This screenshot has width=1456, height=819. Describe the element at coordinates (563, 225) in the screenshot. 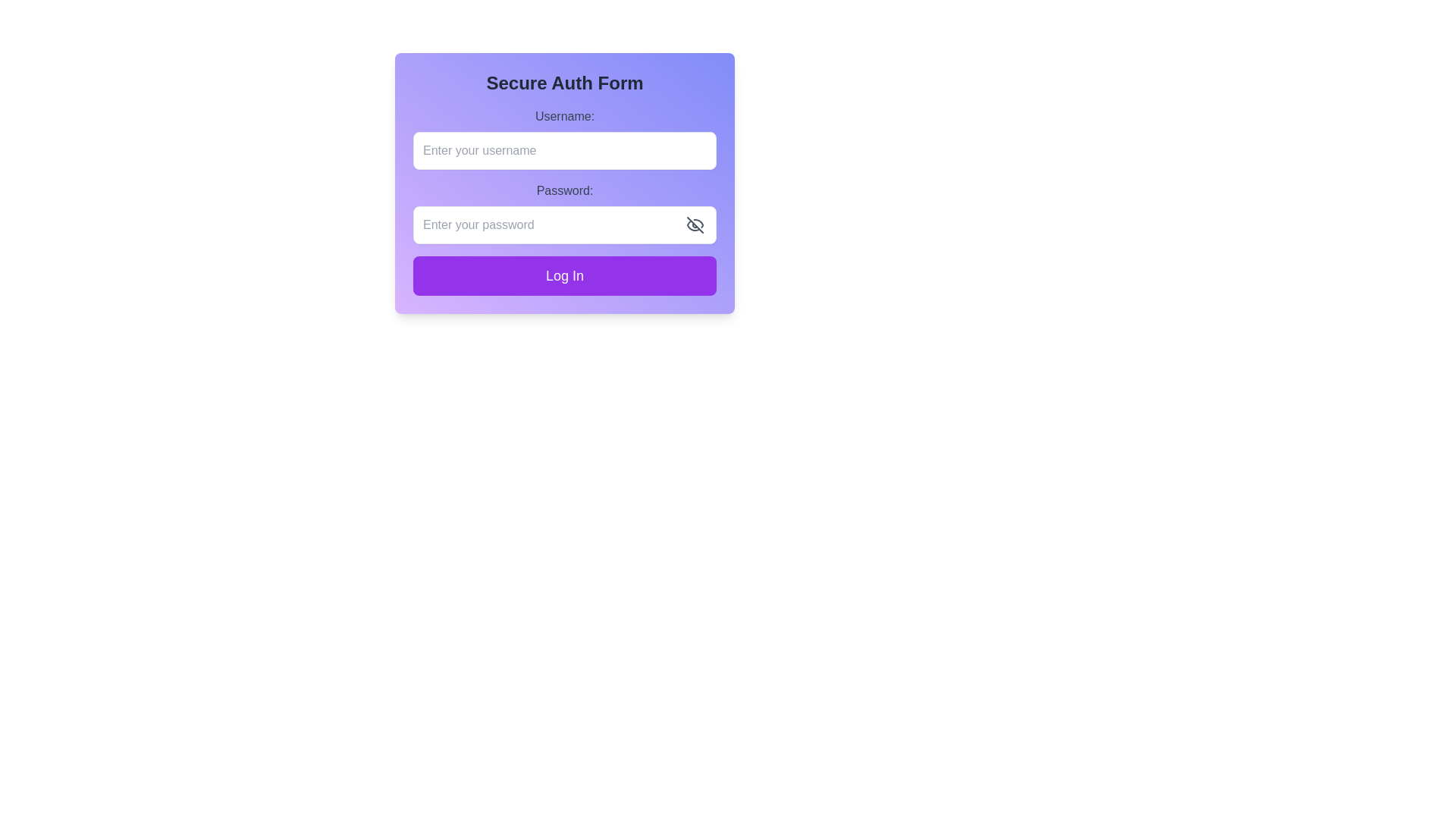

I see `the password input field labeled 'Enter your password' for visual feedback` at that location.